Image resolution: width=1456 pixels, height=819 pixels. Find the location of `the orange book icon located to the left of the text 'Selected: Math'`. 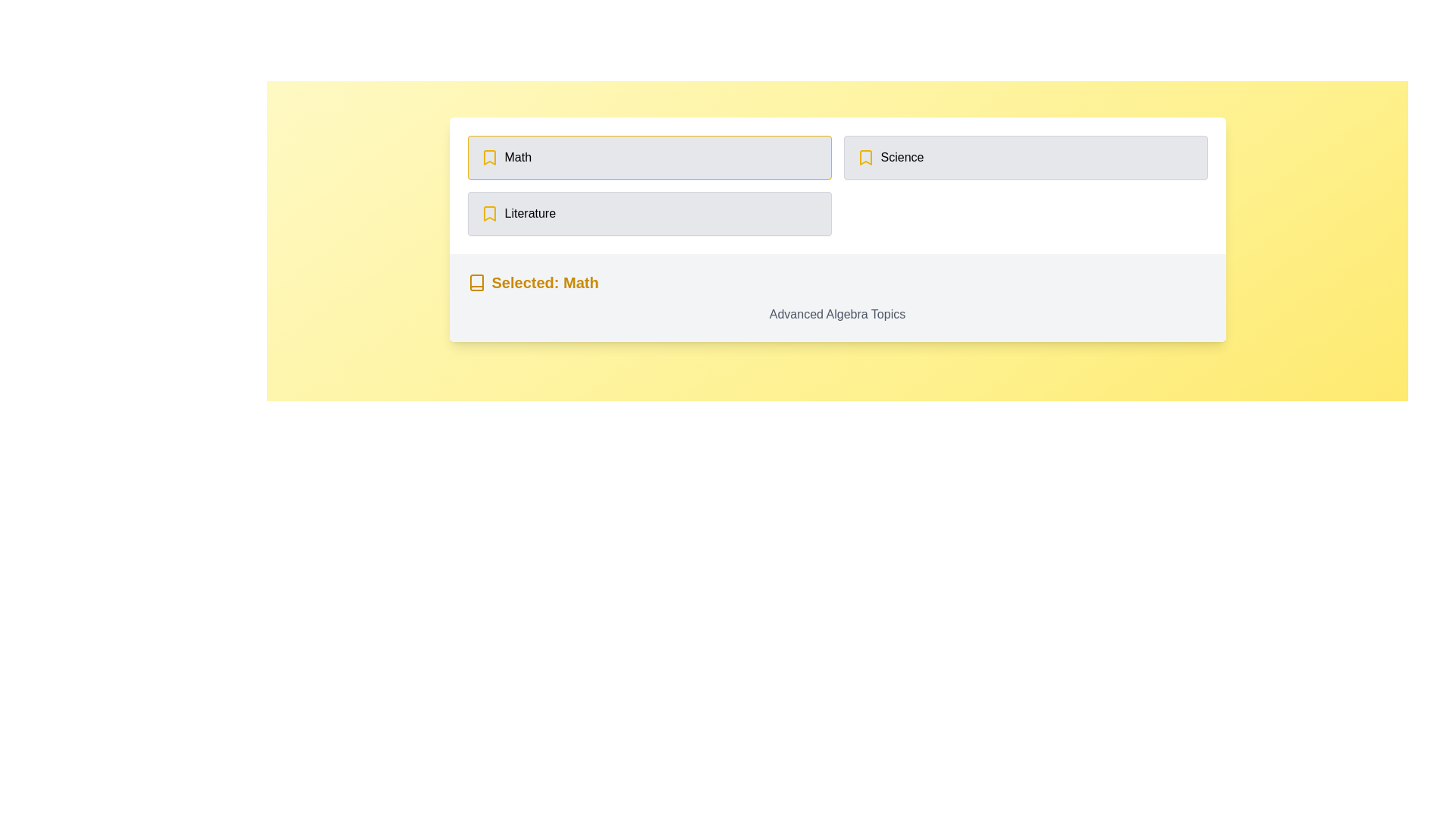

the orange book icon located to the left of the text 'Selected: Math' is located at coordinates (475, 283).